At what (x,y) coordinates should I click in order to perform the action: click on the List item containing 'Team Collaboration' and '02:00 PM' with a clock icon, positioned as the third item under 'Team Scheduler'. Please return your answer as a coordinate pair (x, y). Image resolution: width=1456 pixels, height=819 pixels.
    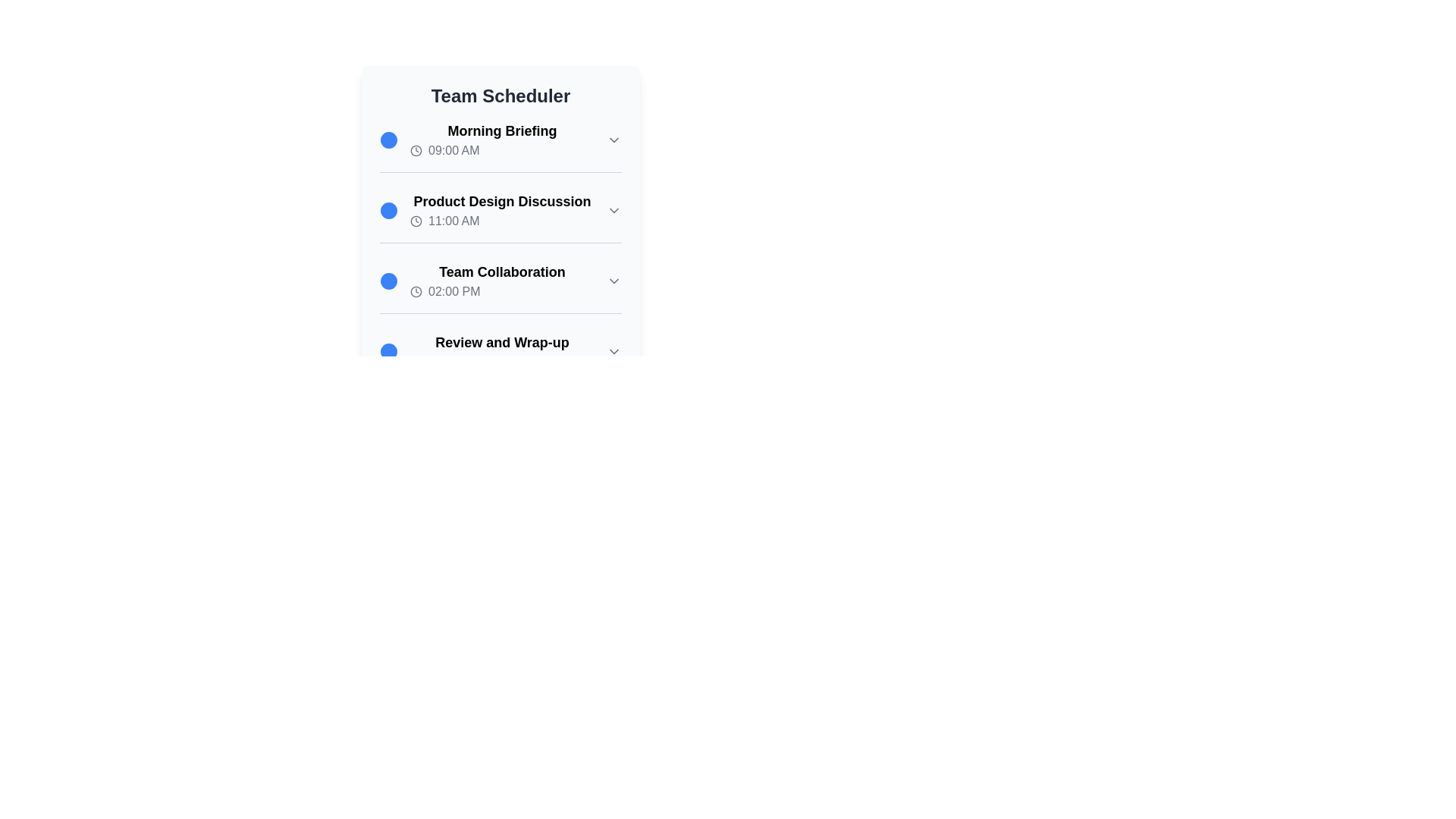
    Looking at the image, I should click on (502, 281).